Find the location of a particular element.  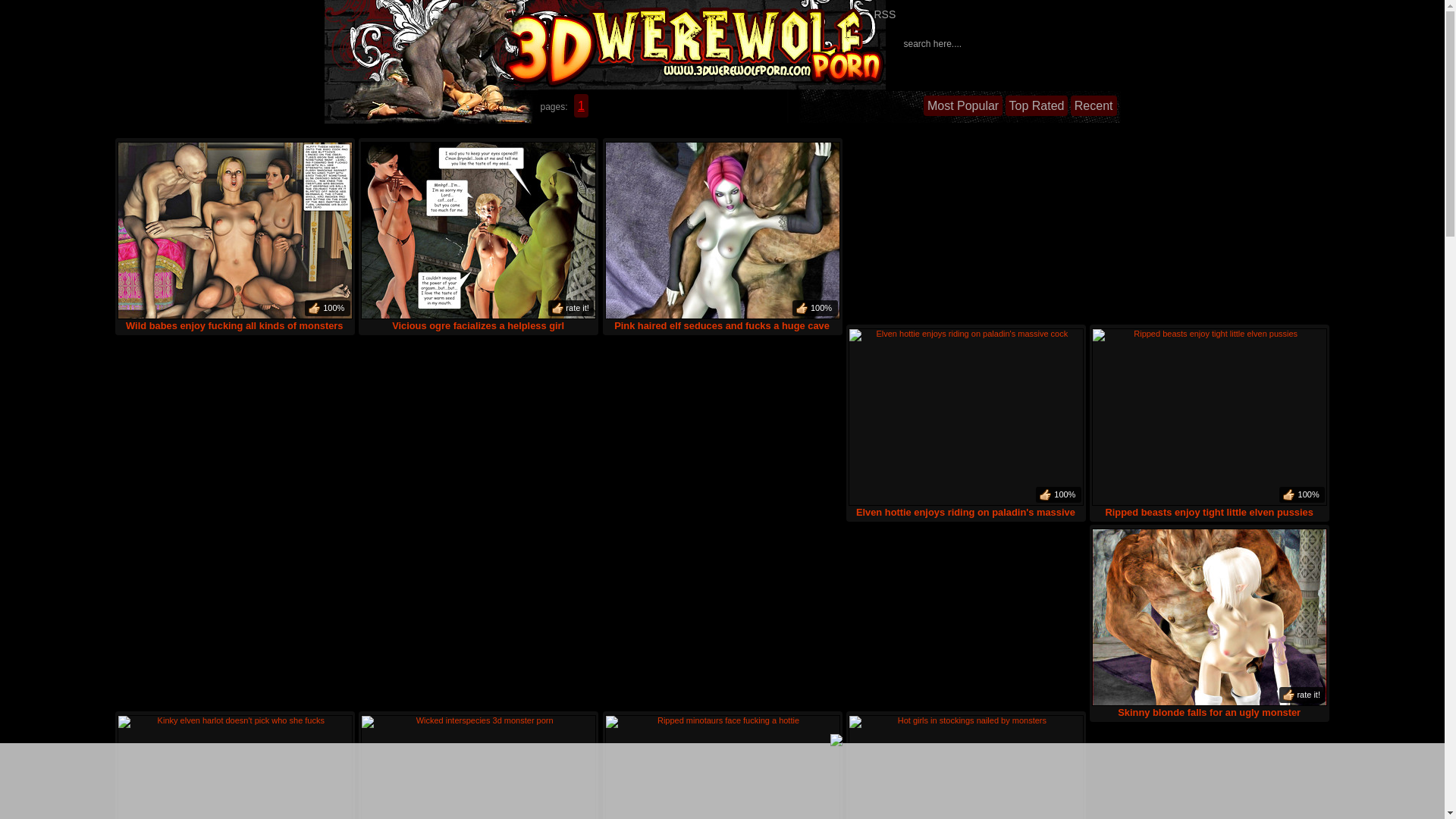

'Pink haired elf seduces and fucks a huge cave troll' is located at coordinates (720, 237).